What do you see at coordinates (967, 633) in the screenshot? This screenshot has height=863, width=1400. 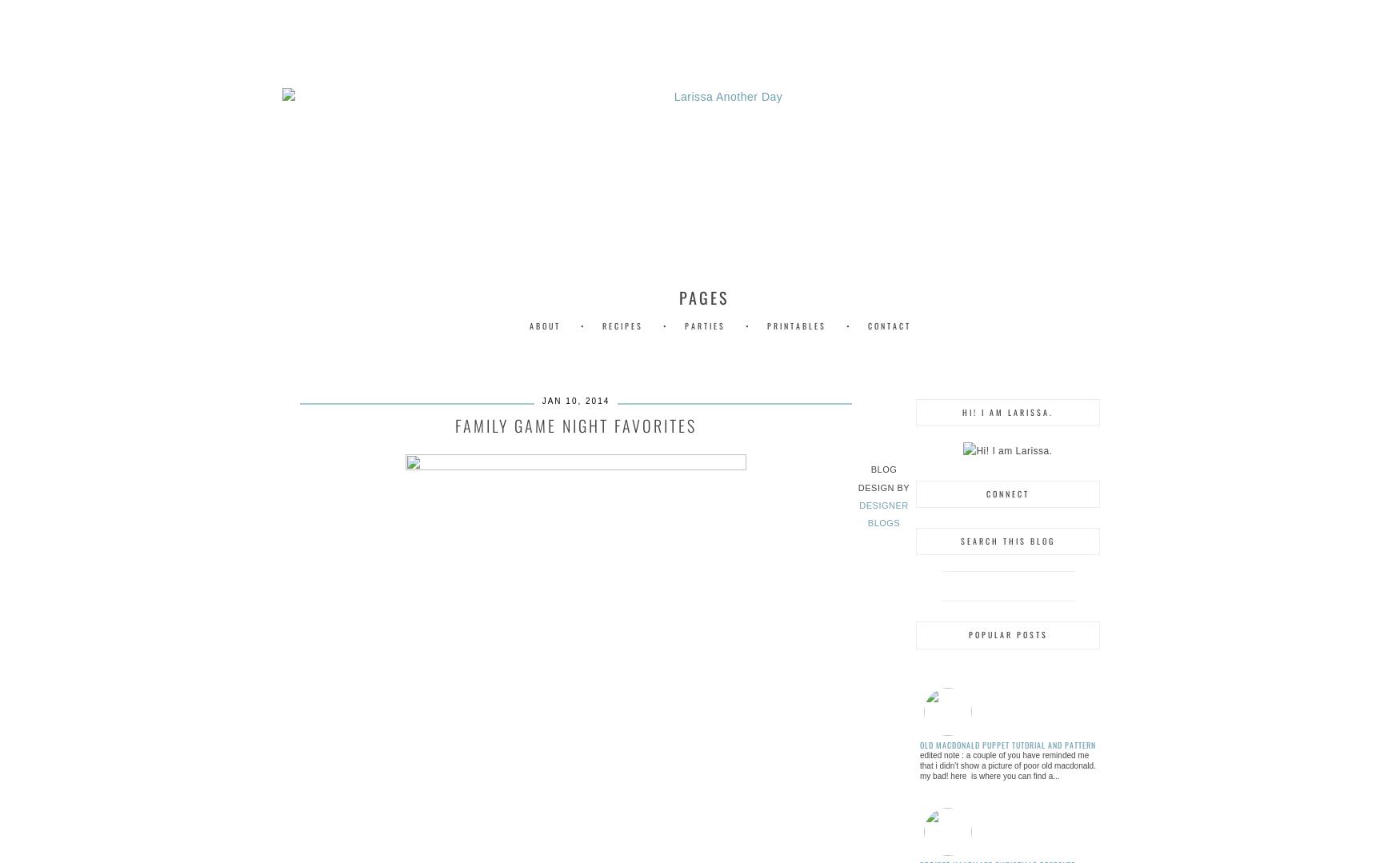 I see `'Popular Posts'` at bounding box center [967, 633].